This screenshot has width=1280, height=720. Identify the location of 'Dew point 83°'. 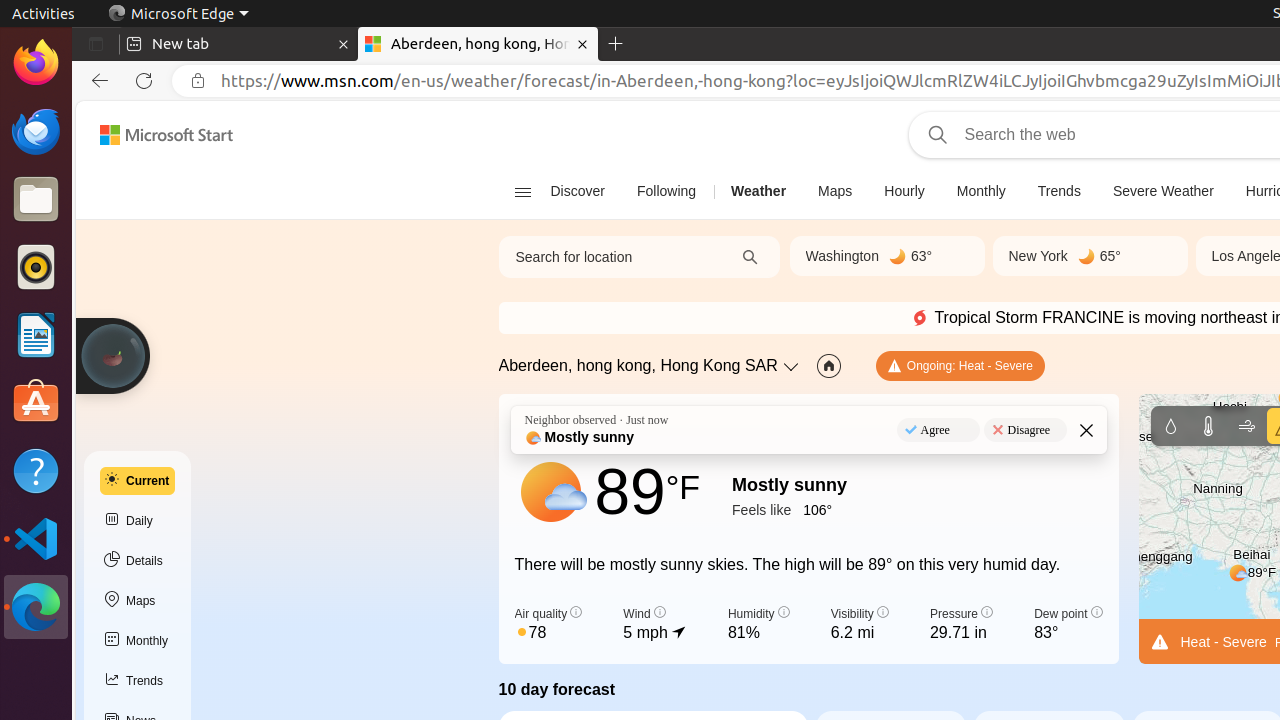
(1067, 624).